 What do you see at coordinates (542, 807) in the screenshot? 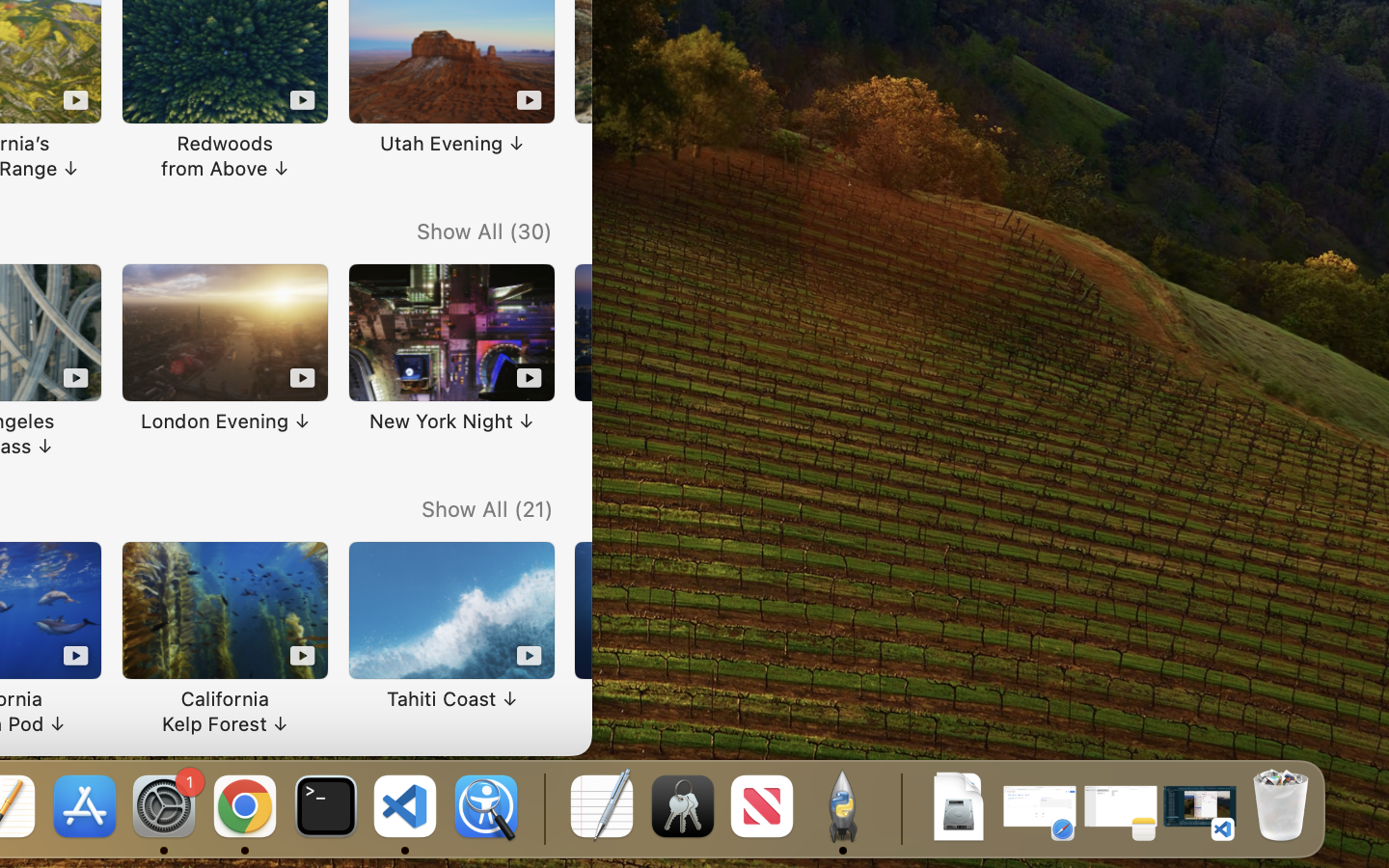
I see `'0.4285714328289032'` at bounding box center [542, 807].